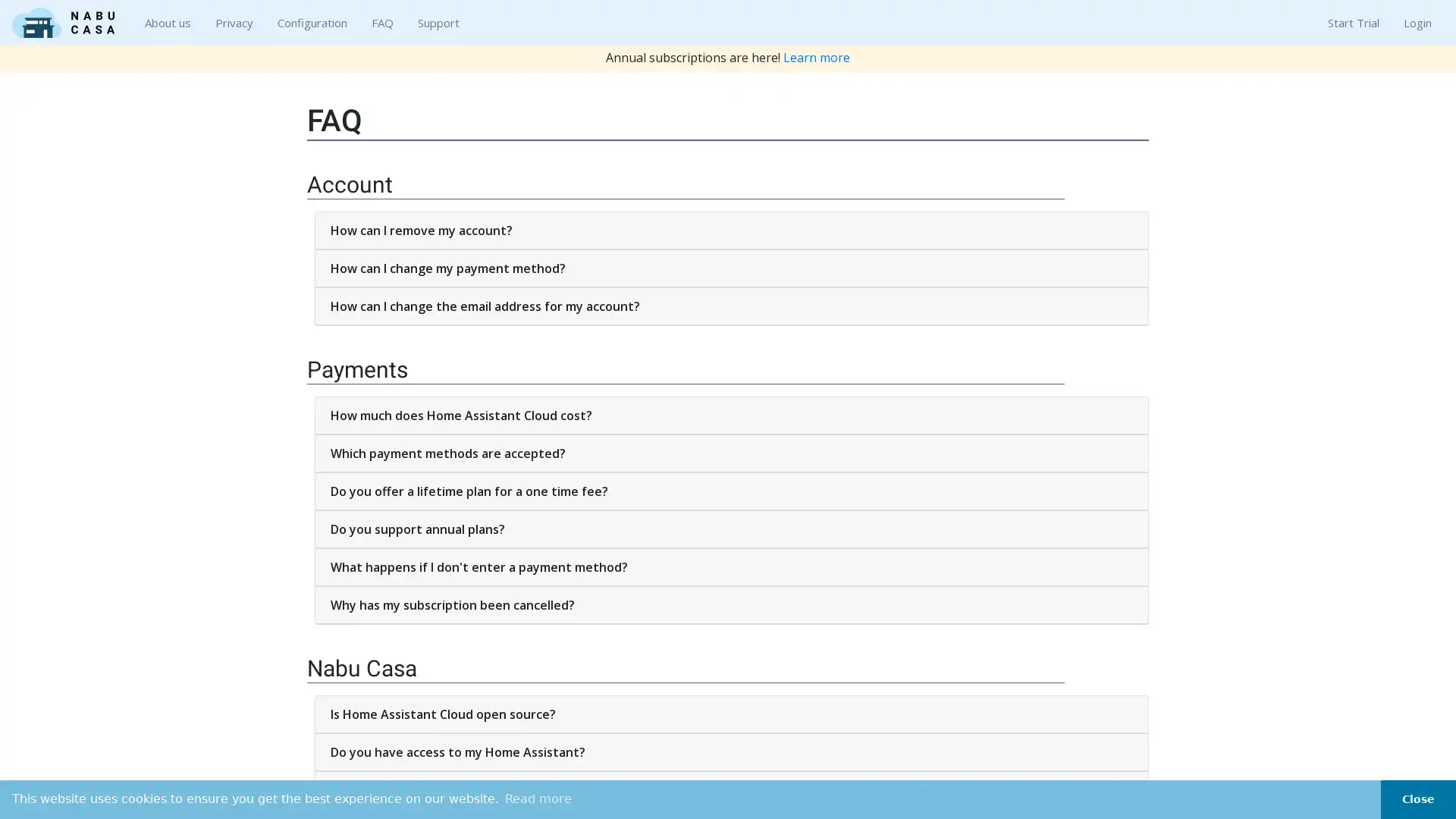  I want to click on Do you support annual plans?, so click(731, 529).